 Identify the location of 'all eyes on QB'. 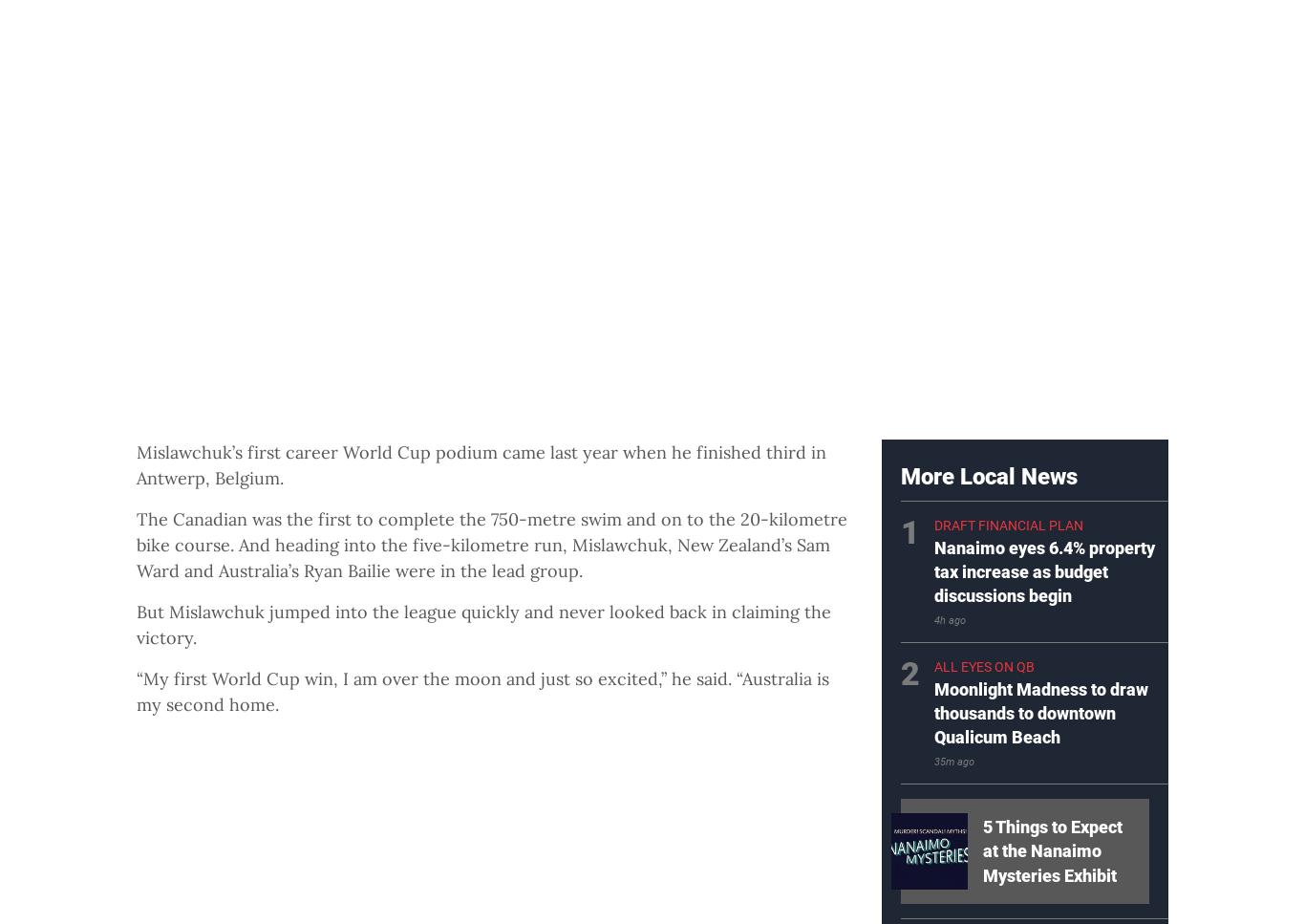
(983, 666).